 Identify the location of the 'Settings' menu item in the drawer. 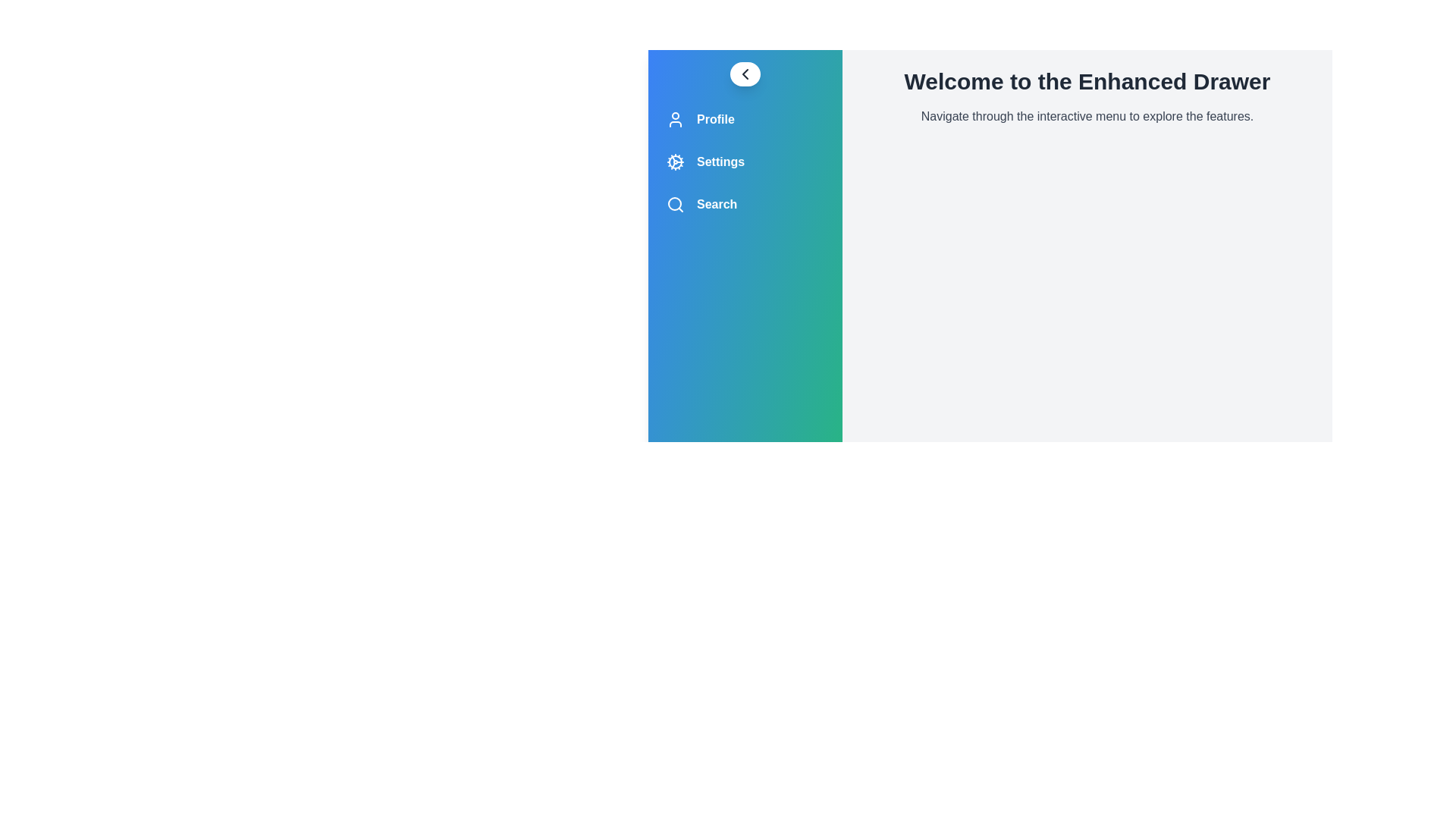
(745, 162).